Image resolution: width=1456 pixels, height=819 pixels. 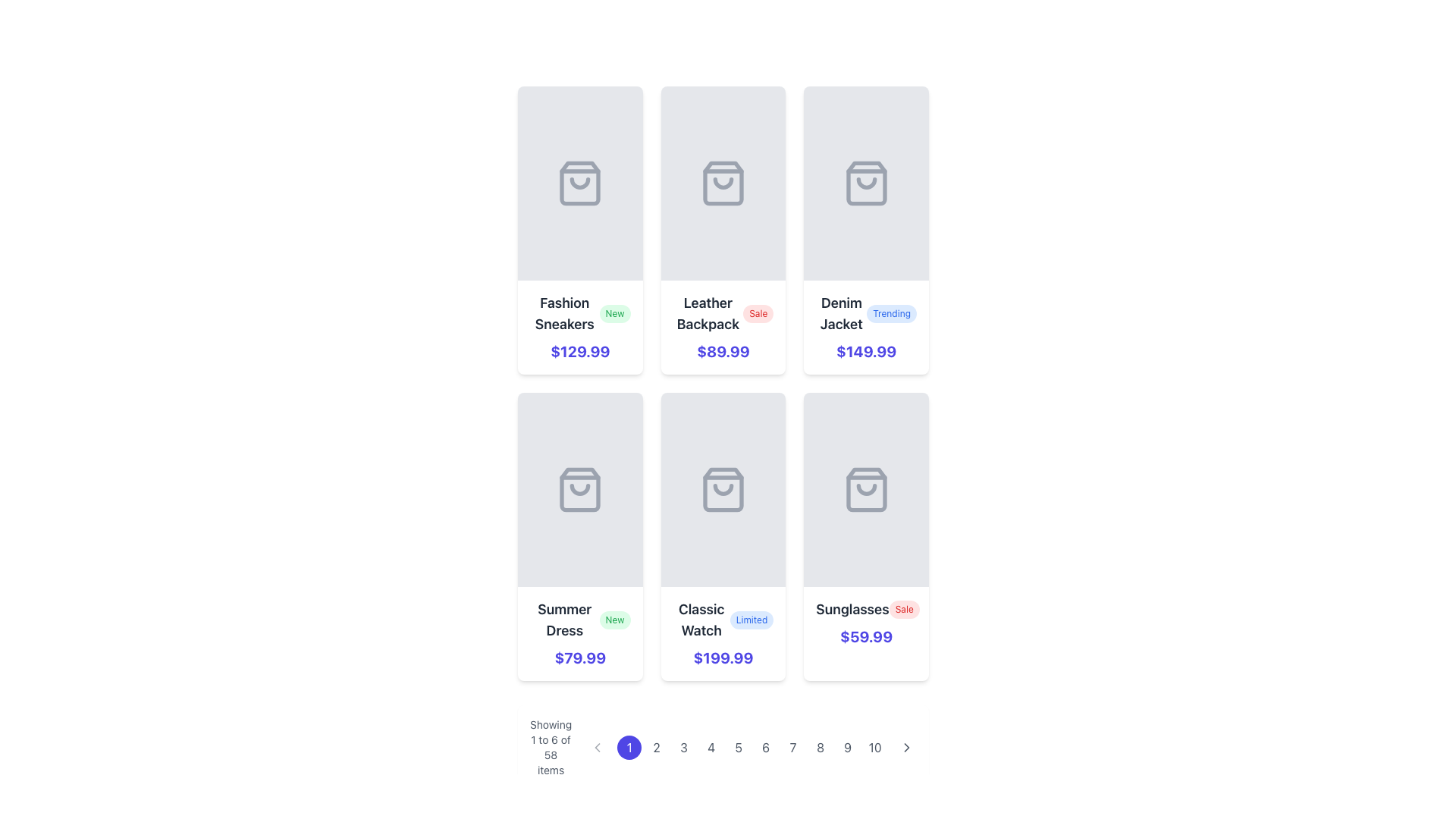 What do you see at coordinates (766, 747) in the screenshot?
I see `the circular button with the number '6' in dark gray text` at bounding box center [766, 747].